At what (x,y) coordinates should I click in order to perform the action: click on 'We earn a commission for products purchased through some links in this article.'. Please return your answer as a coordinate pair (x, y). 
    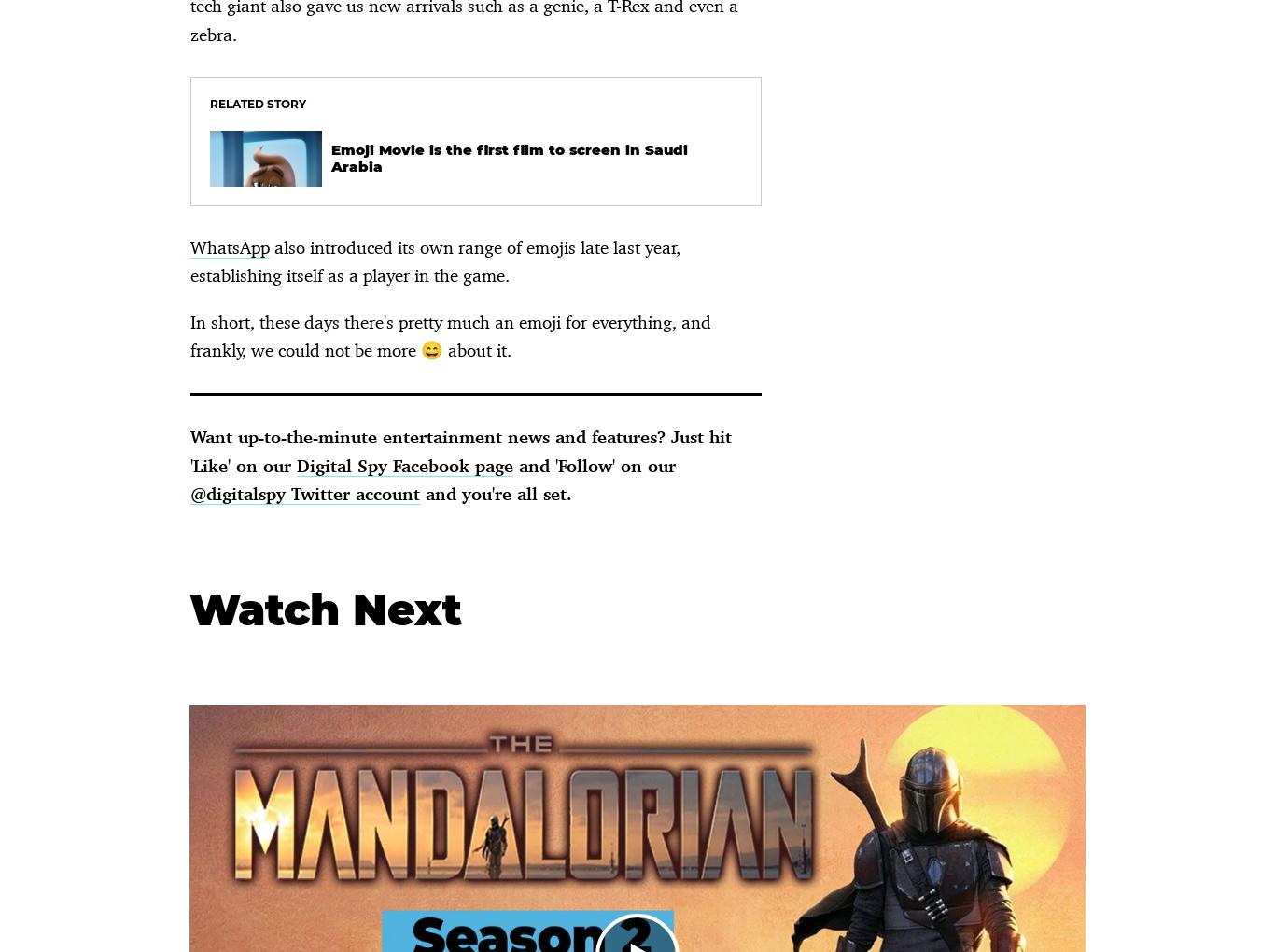
    Looking at the image, I should click on (347, 150).